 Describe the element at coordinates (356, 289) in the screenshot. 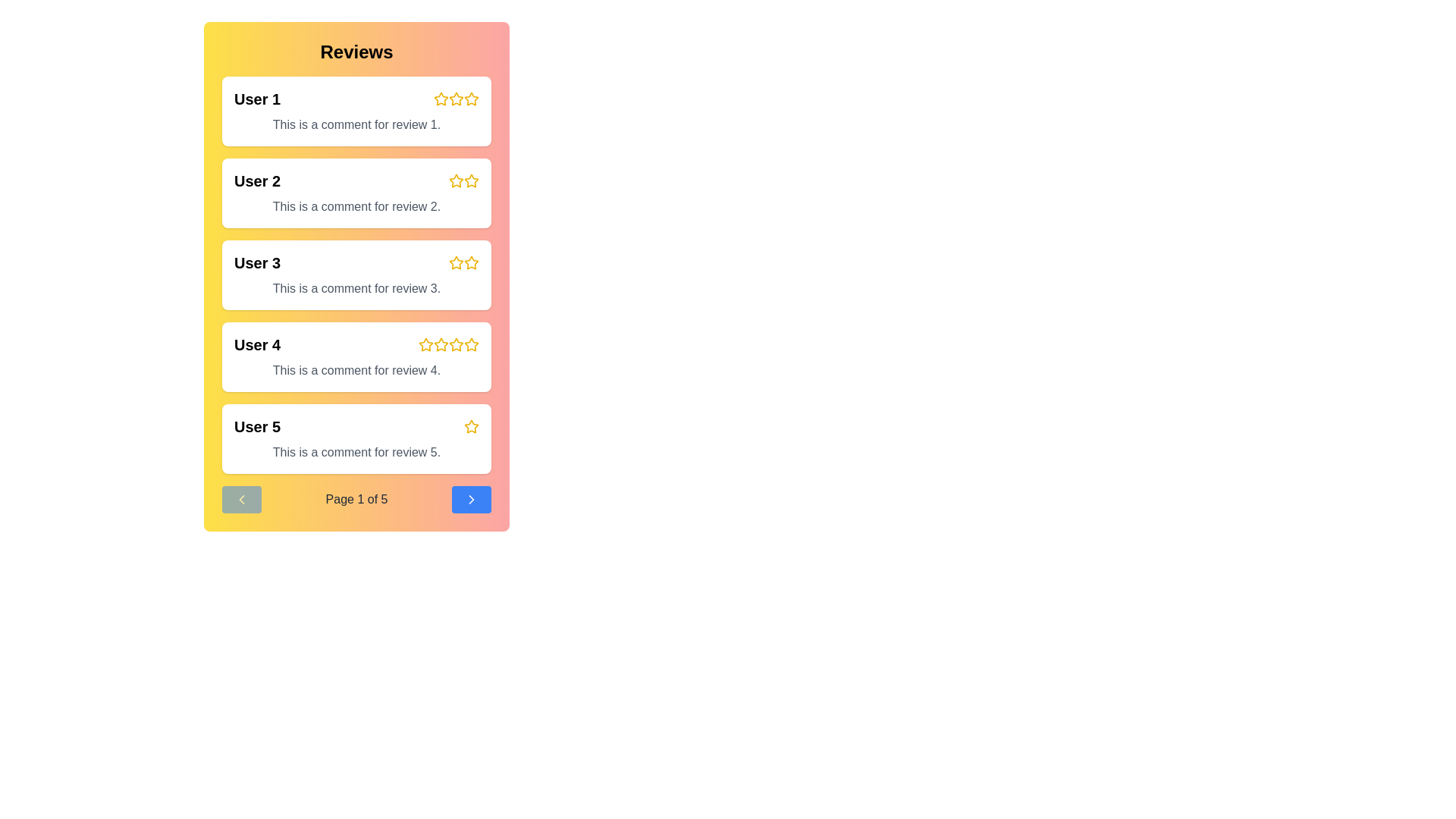

I see `text content displaying the comment or feedback associated with the 'User 3' review, located within the third review card below the user name and star rating icons` at that location.